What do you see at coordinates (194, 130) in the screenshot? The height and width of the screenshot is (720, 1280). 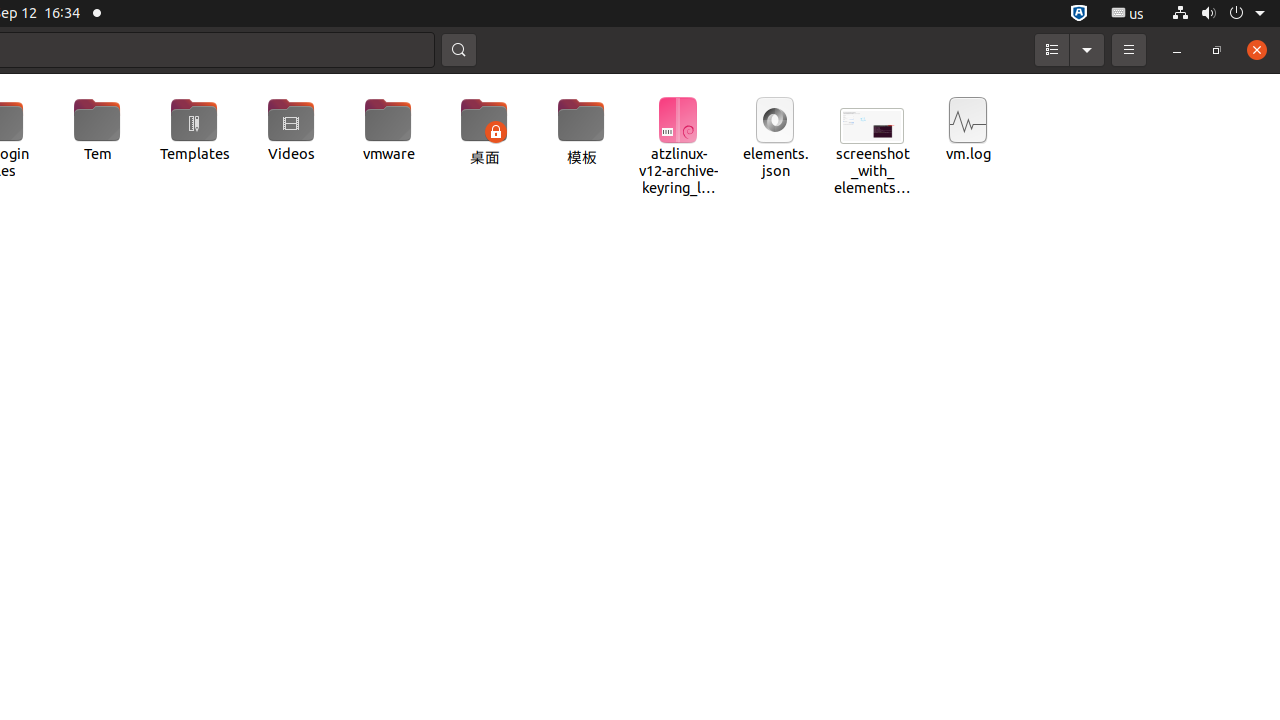 I see `'Templates'` at bounding box center [194, 130].